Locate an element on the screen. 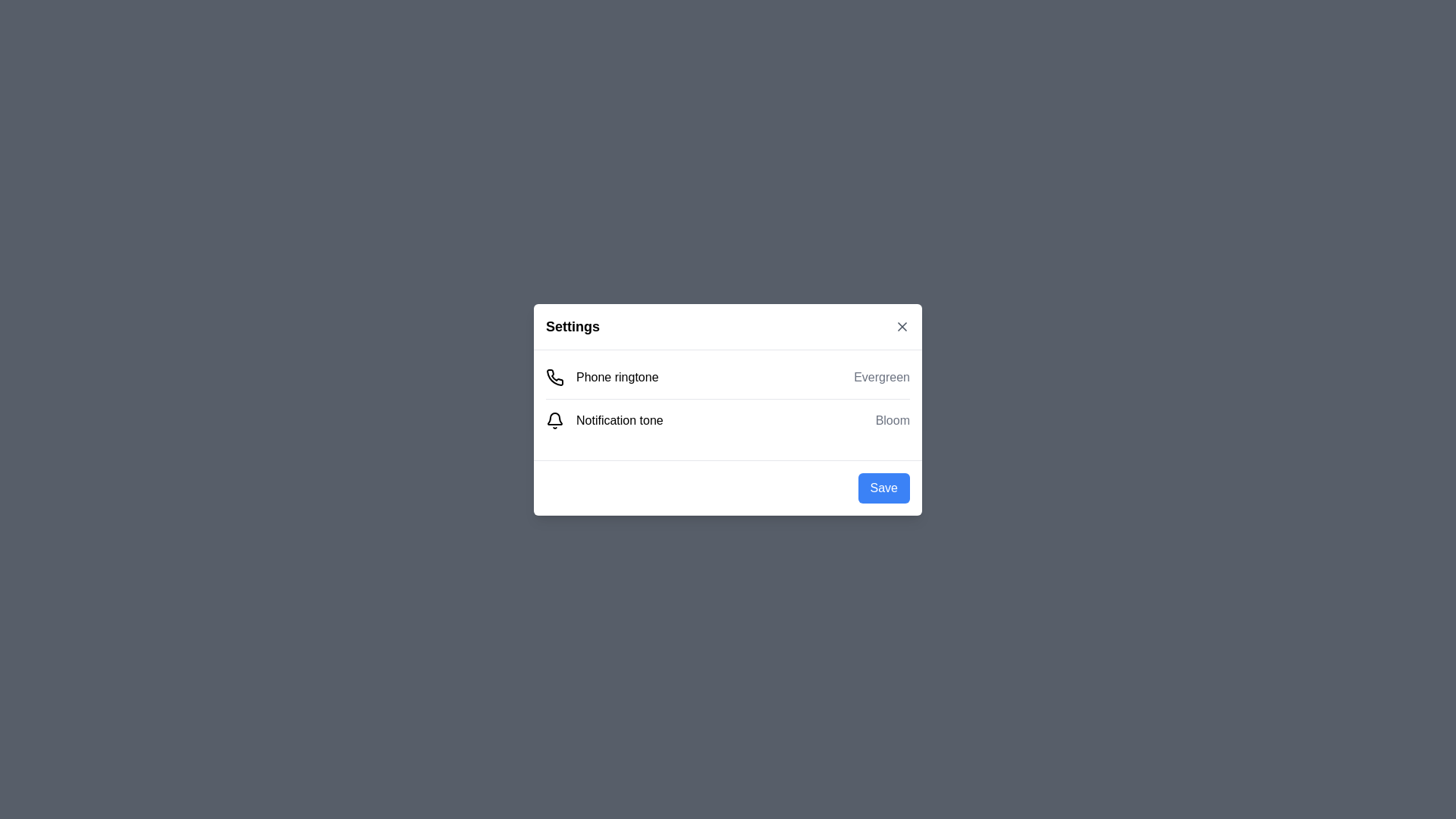 This screenshot has width=1456, height=819. the text label reading 'Bloom' styled in gray font, located within the settings dialog under the option 'Notification tone' is located at coordinates (893, 420).